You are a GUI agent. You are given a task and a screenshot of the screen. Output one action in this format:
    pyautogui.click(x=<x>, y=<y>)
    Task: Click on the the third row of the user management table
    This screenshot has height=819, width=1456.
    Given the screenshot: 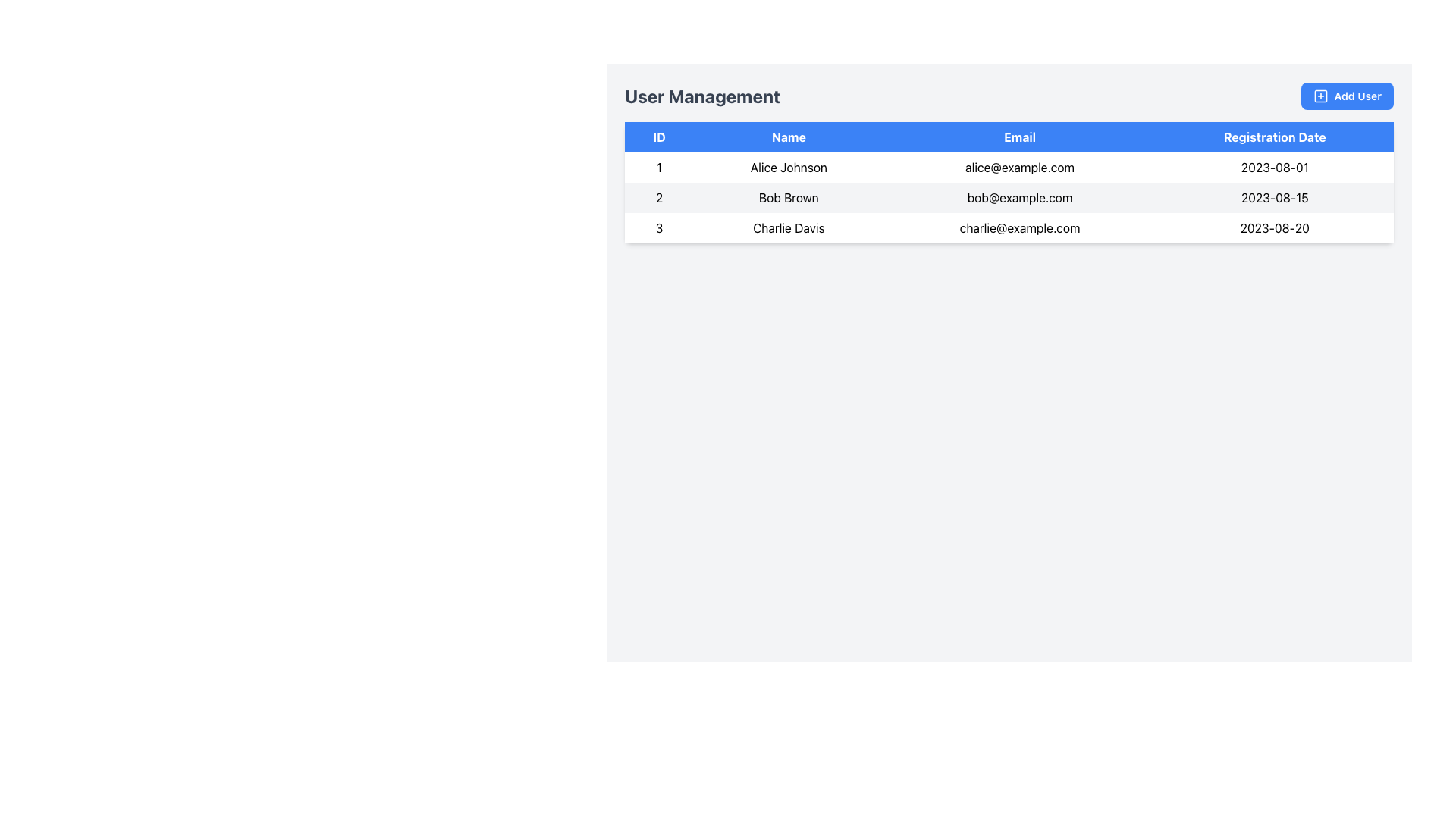 What is the action you would take?
    pyautogui.click(x=1009, y=227)
    